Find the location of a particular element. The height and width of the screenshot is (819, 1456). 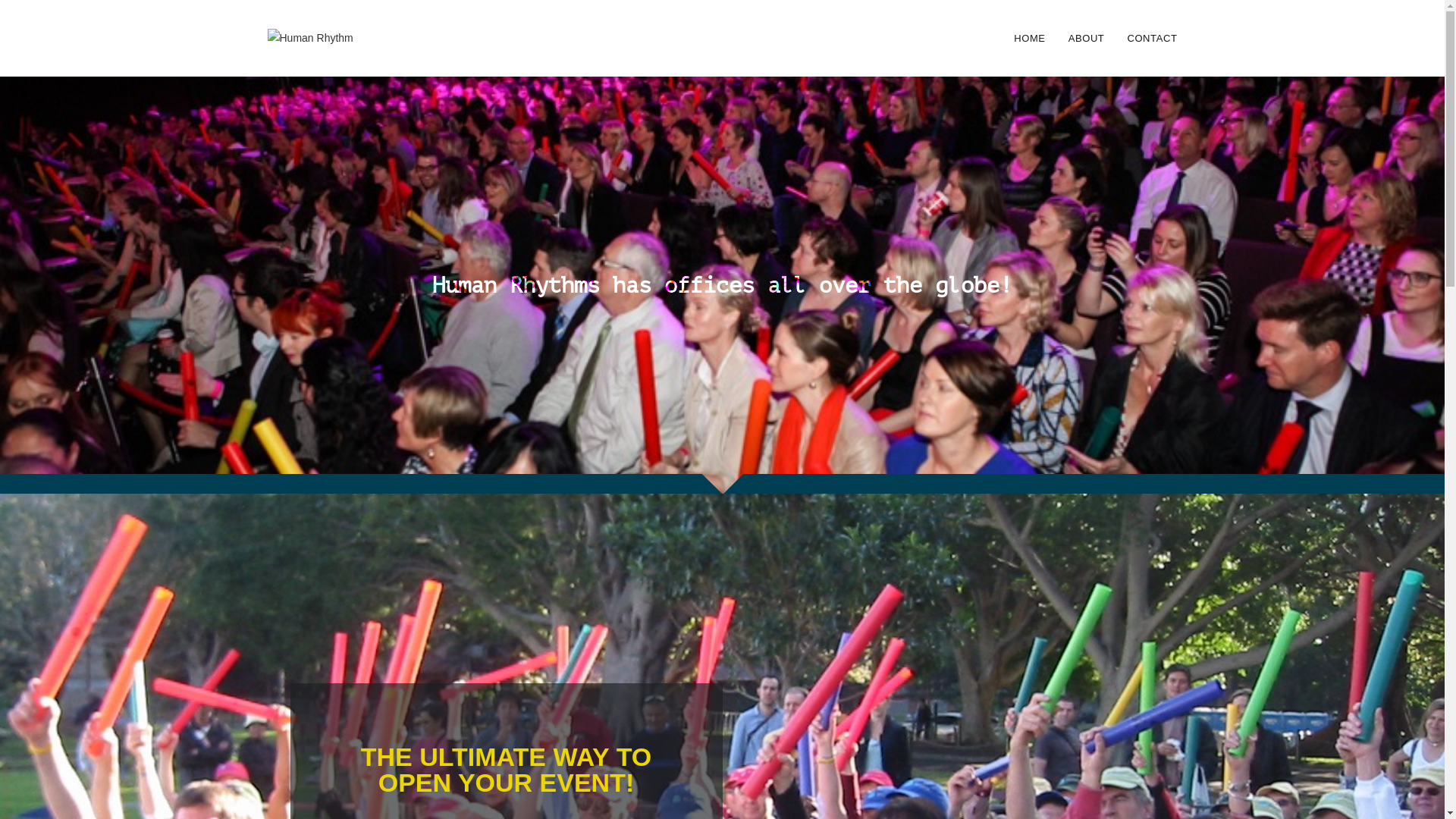

'CONTACT' is located at coordinates (1151, 37).